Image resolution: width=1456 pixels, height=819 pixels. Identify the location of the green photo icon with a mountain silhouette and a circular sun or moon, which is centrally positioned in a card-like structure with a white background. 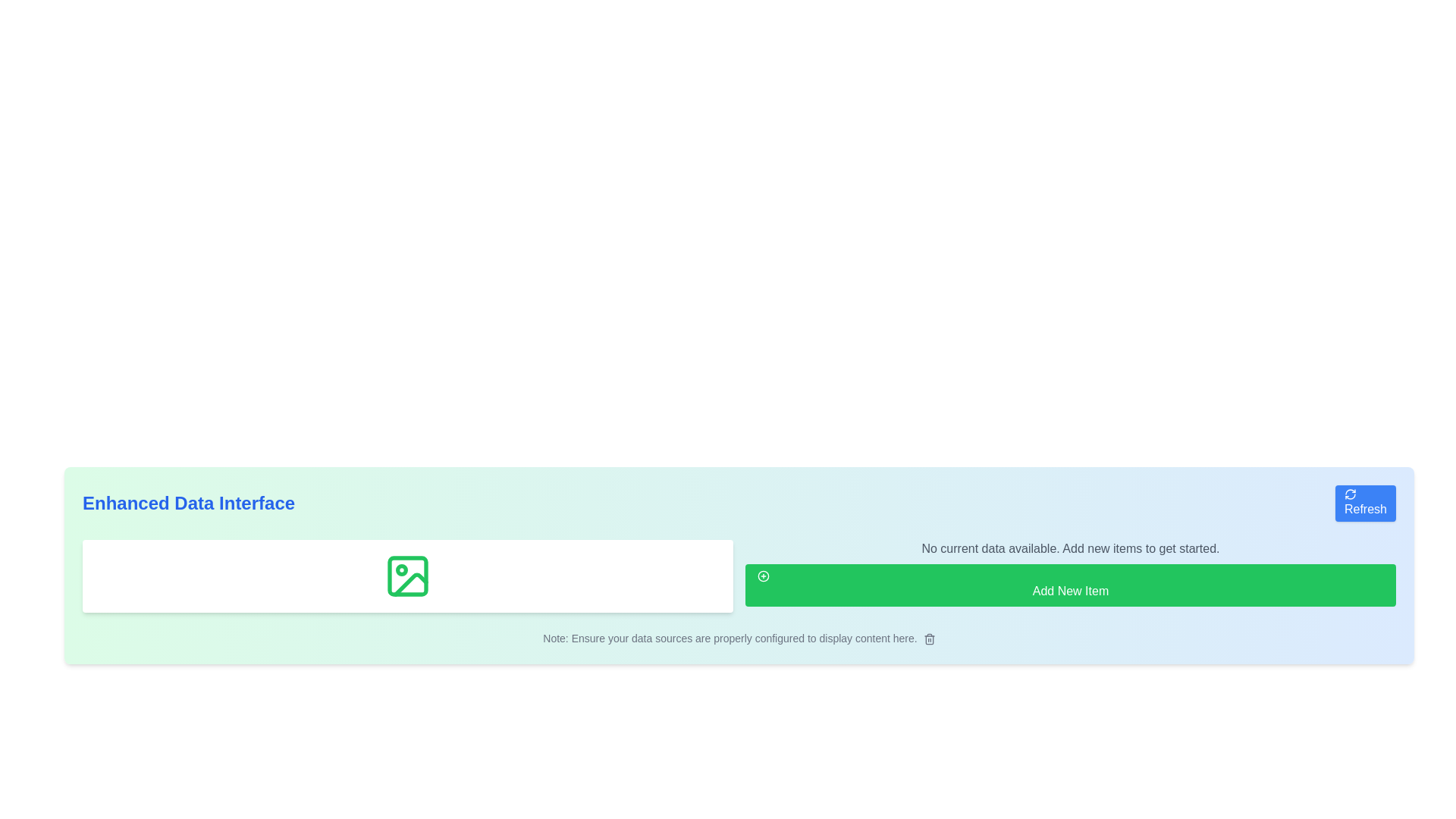
(407, 576).